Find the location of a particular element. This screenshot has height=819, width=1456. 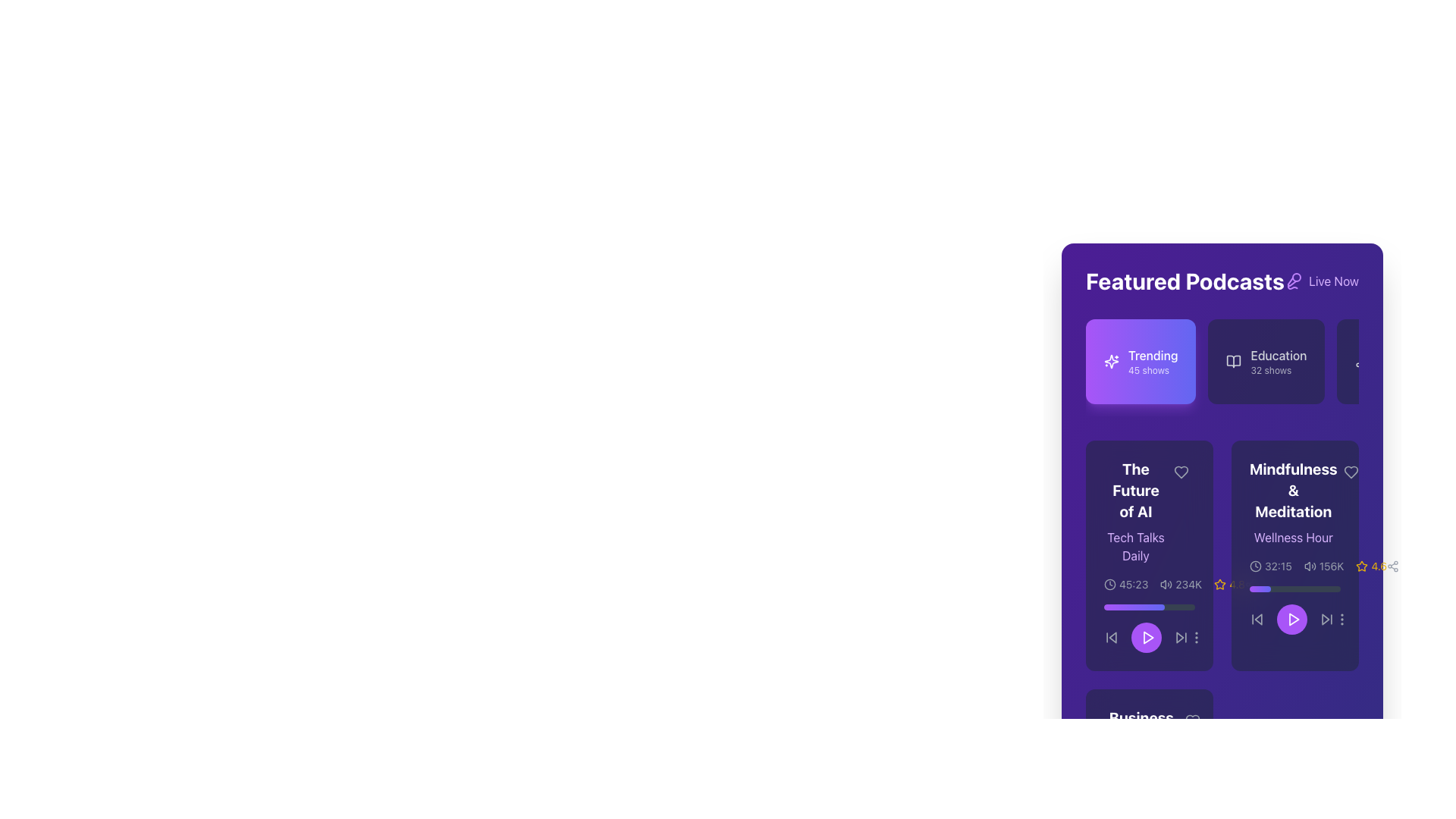

the play button located in the playback control bar at the bottom of the card titled 'The Future of AI' is located at coordinates (1150, 629).